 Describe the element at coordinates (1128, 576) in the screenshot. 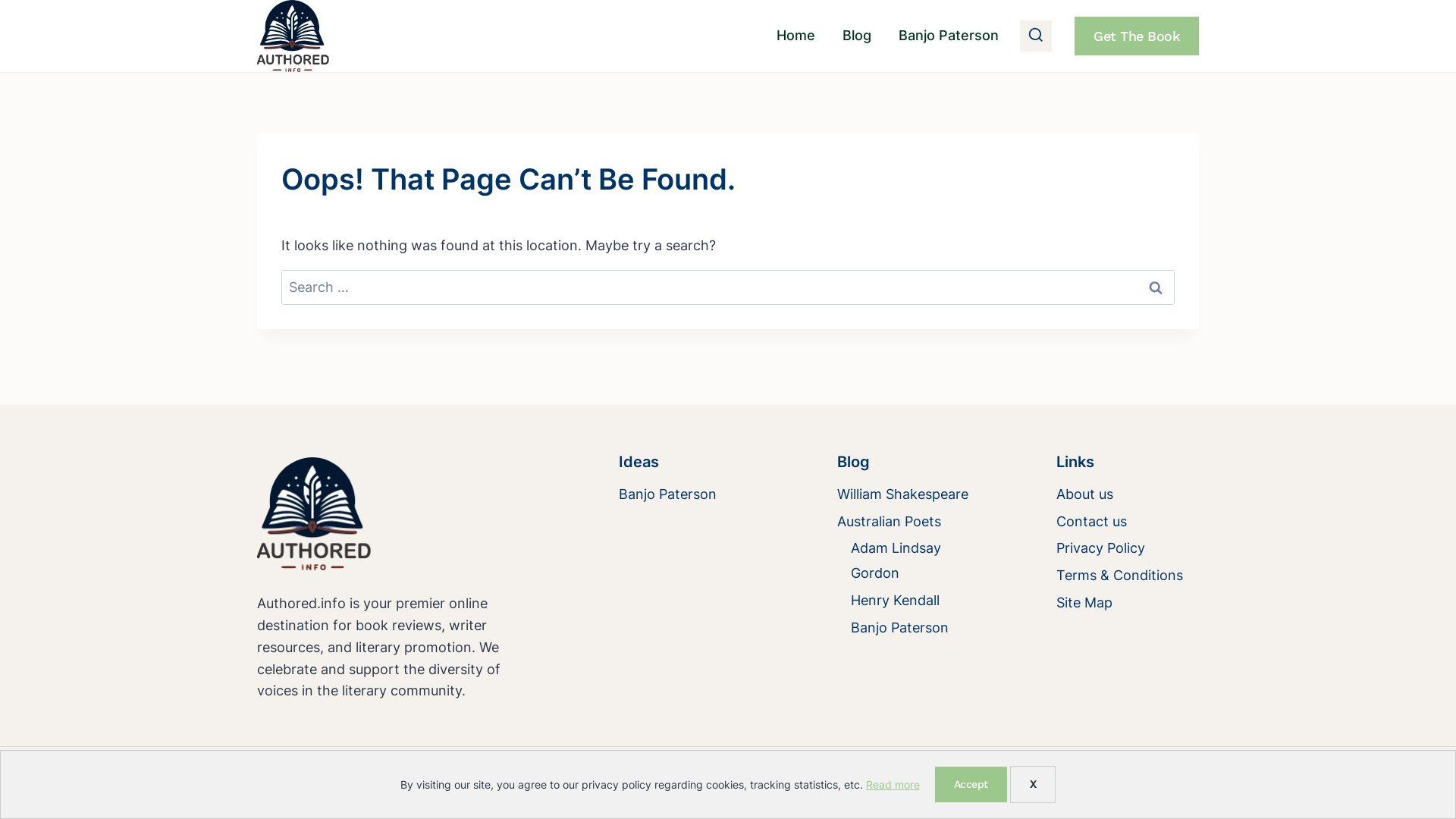

I see `'Terms & Conditions'` at that location.